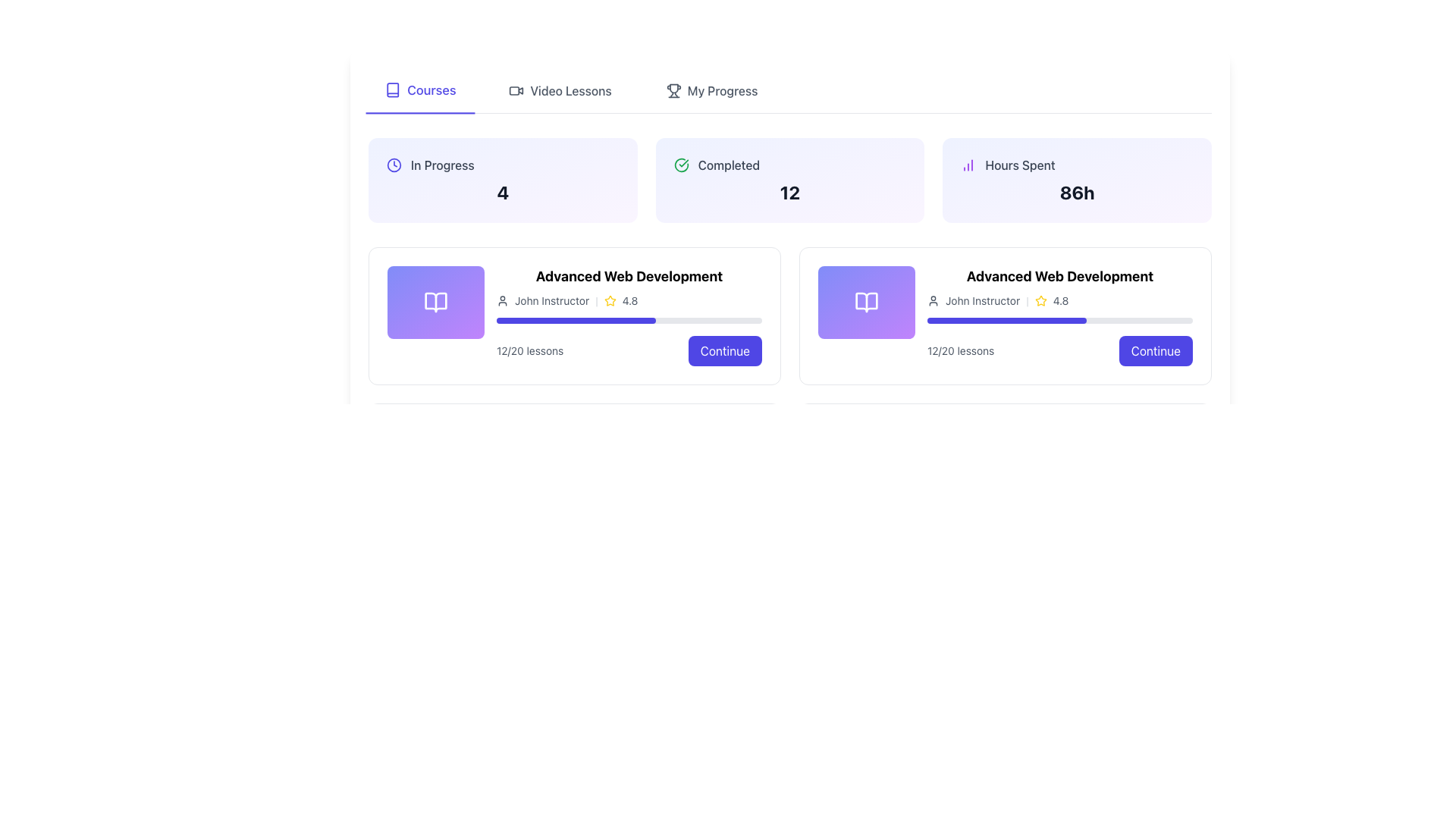 The width and height of the screenshot is (1456, 819). I want to click on the Summary Box located in the top left corner of the statistic dashboard, which features a gradient background from indigo to purple, rounded corners, a label 'In Progress', and a large number '4', so click(503, 180).